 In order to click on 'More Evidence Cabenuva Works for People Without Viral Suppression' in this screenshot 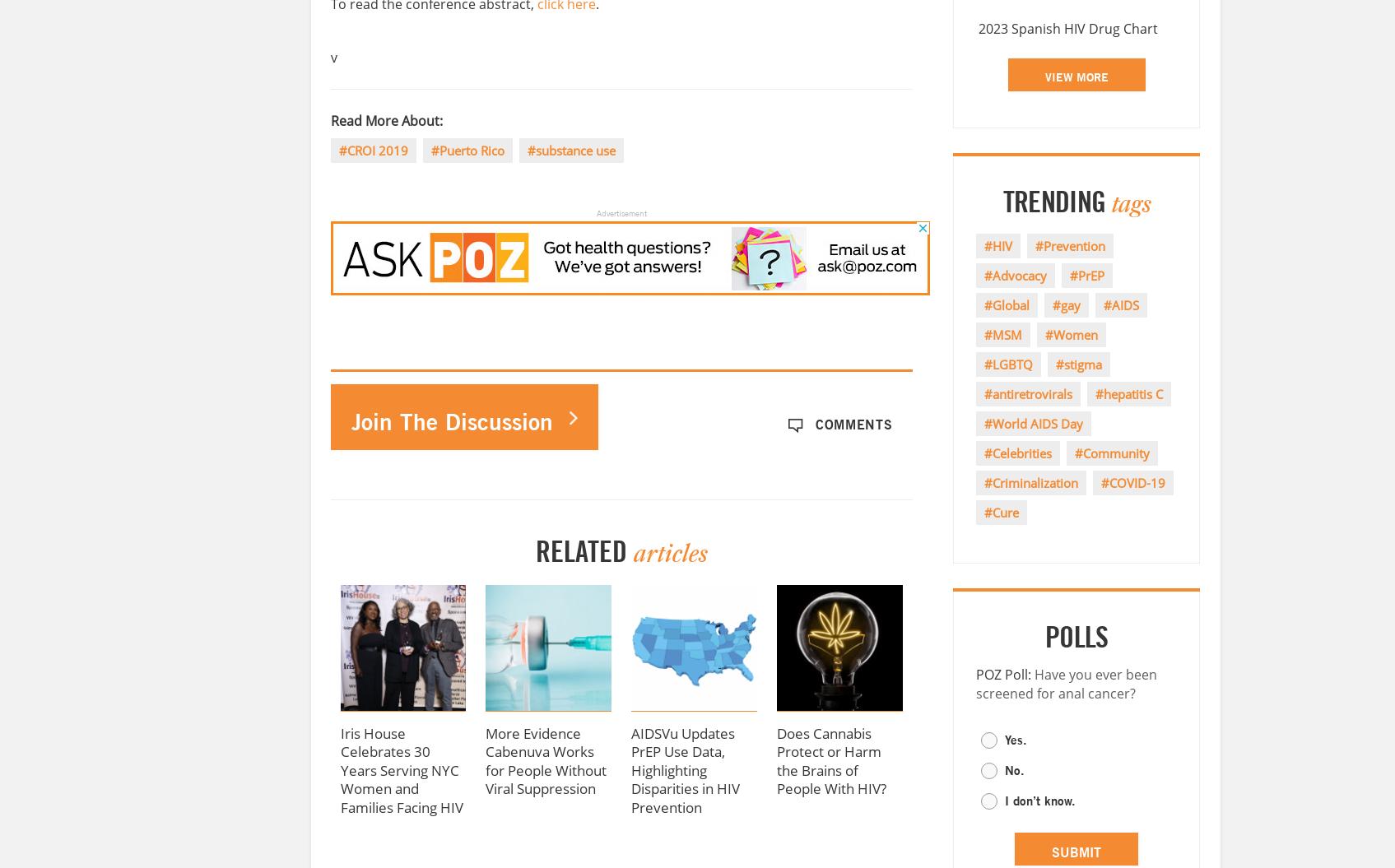, I will do `click(546, 759)`.